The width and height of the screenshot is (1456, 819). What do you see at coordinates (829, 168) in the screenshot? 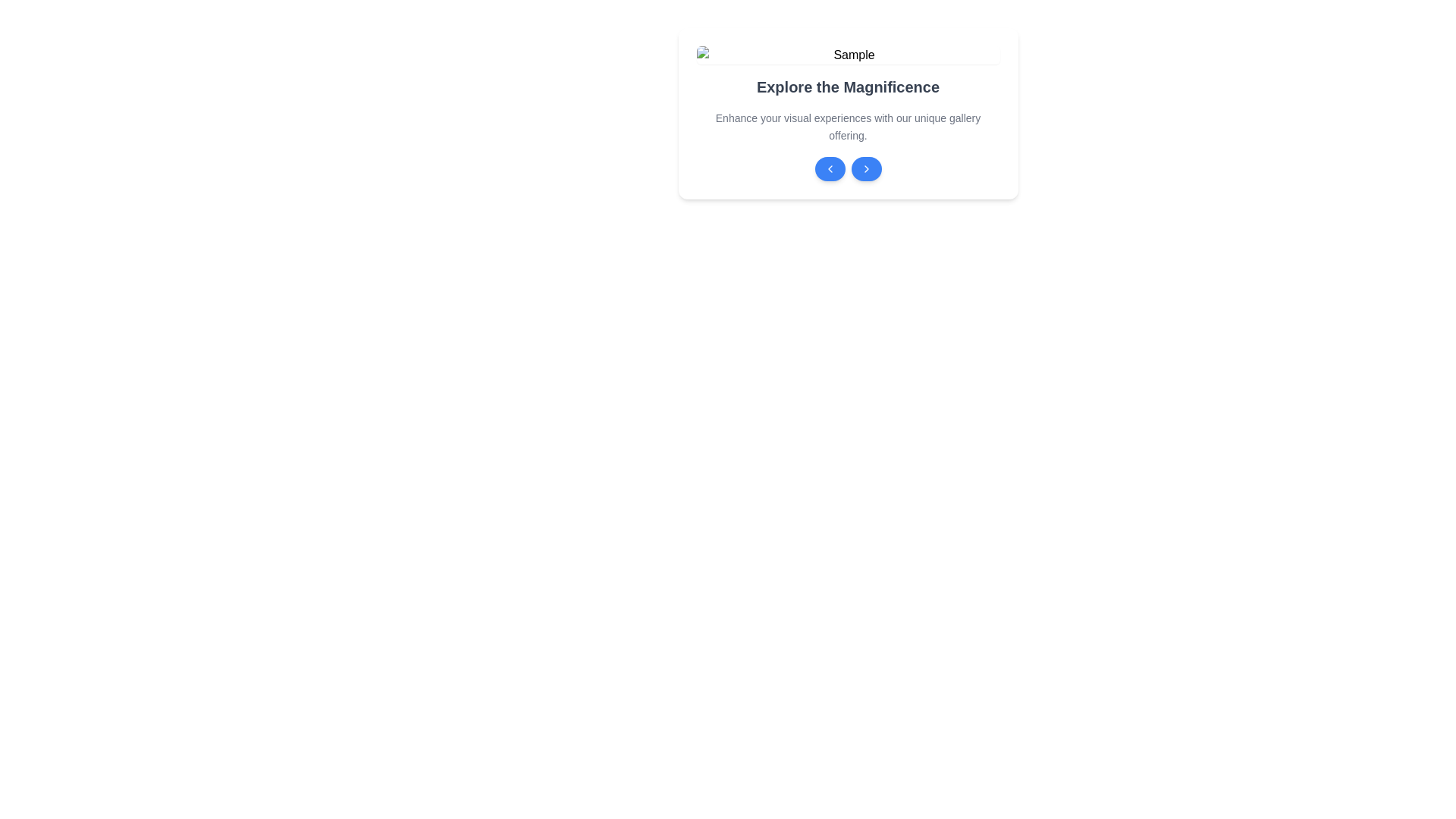
I see `the left navigation icon, which is part of a circular button located to the left of a right-pointing chevron button` at bounding box center [829, 168].